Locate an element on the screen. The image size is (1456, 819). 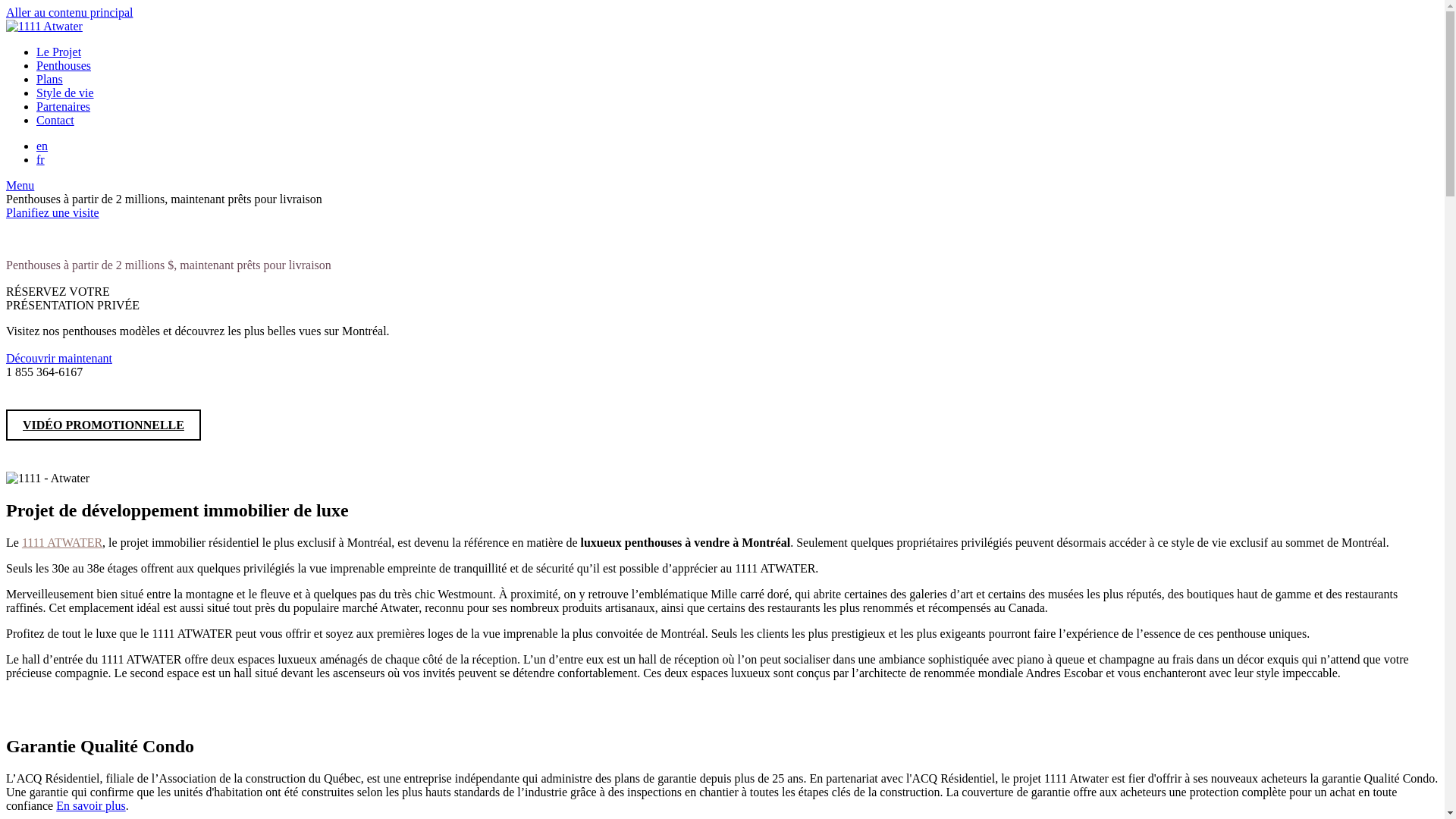
'Plans' is located at coordinates (49, 79).